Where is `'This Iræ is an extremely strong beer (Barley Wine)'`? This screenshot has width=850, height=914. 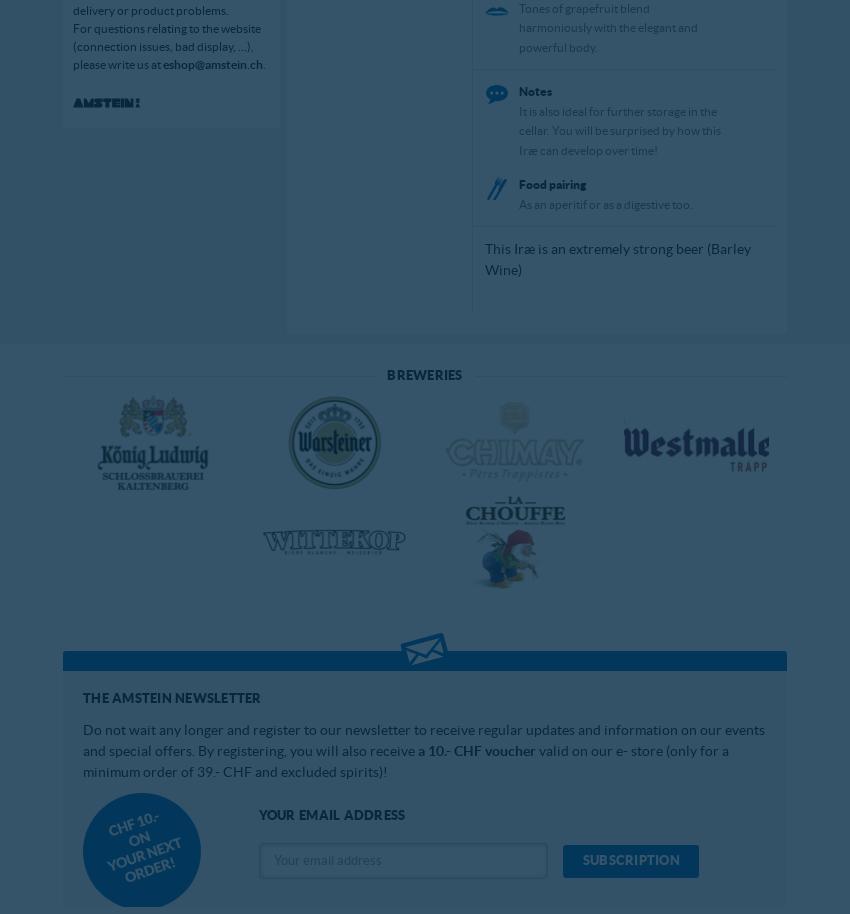 'This Iræ is an extremely strong beer (Barley Wine)' is located at coordinates (617, 258).